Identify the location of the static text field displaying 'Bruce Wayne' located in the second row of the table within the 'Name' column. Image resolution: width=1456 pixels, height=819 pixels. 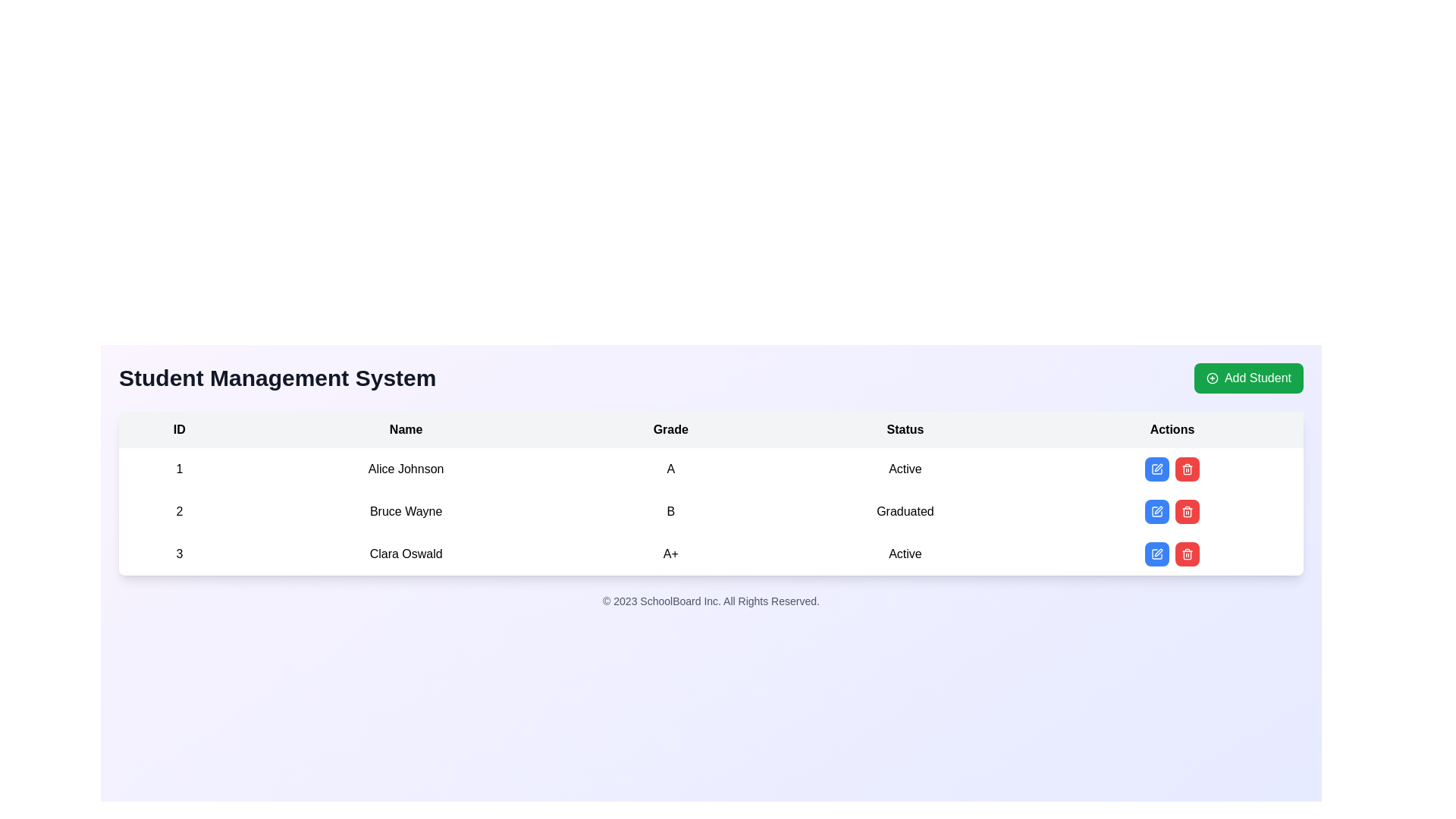
(406, 512).